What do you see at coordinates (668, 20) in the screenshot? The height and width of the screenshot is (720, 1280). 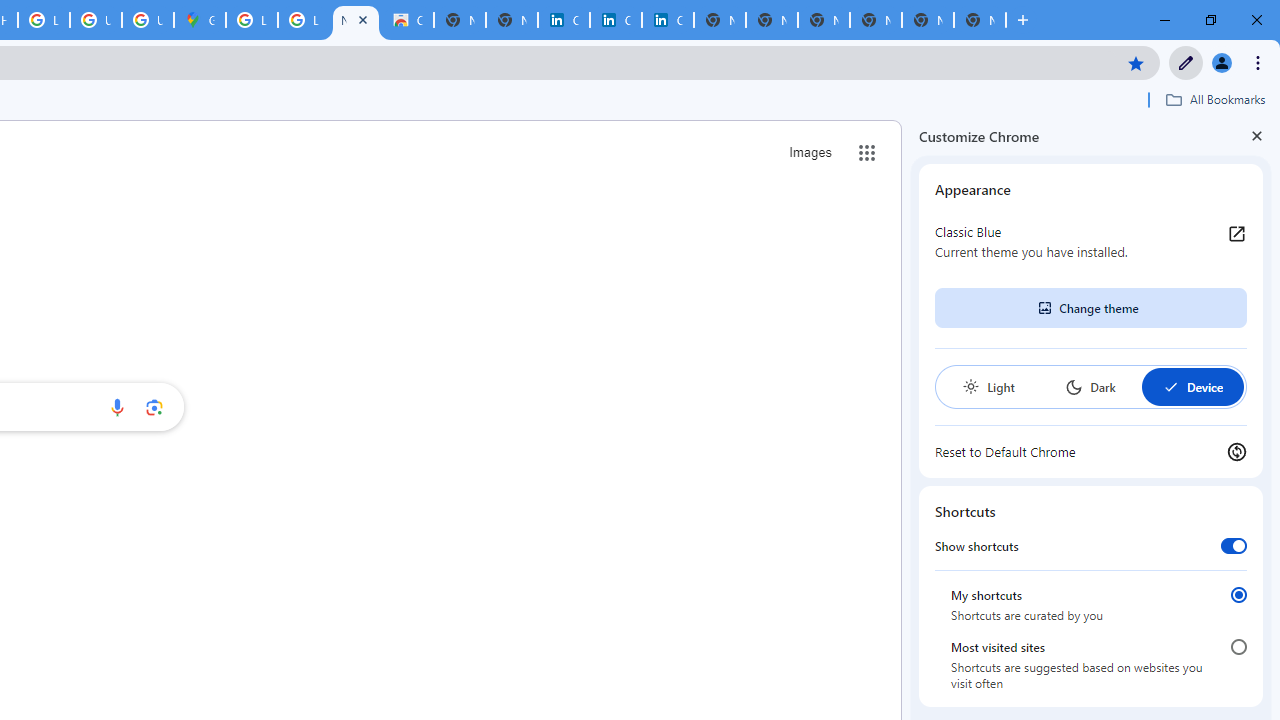 I see `'Copyright Policy'` at bounding box center [668, 20].